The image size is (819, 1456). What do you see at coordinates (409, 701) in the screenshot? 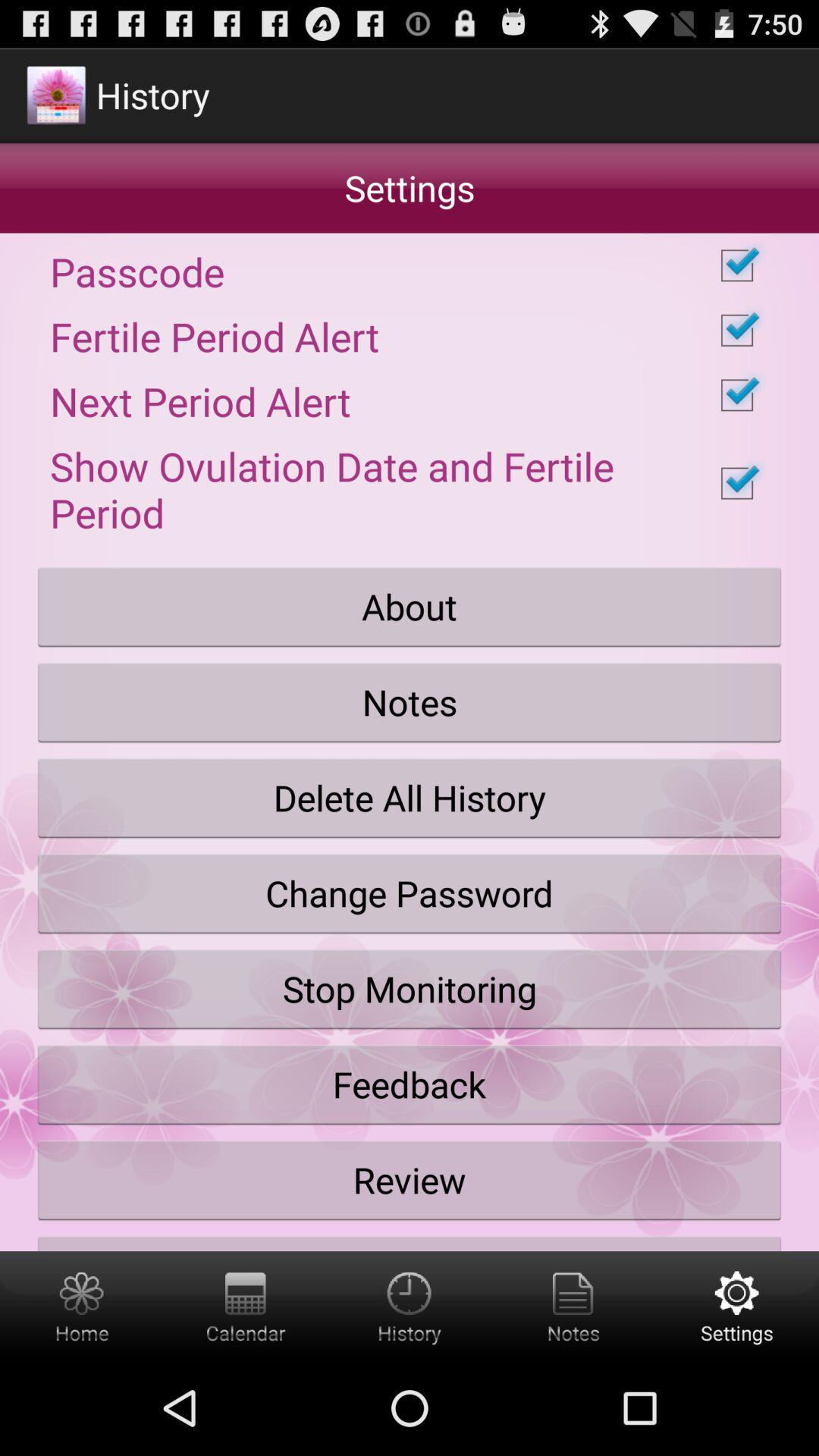
I see `the notes` at bounding box center [409, 701].